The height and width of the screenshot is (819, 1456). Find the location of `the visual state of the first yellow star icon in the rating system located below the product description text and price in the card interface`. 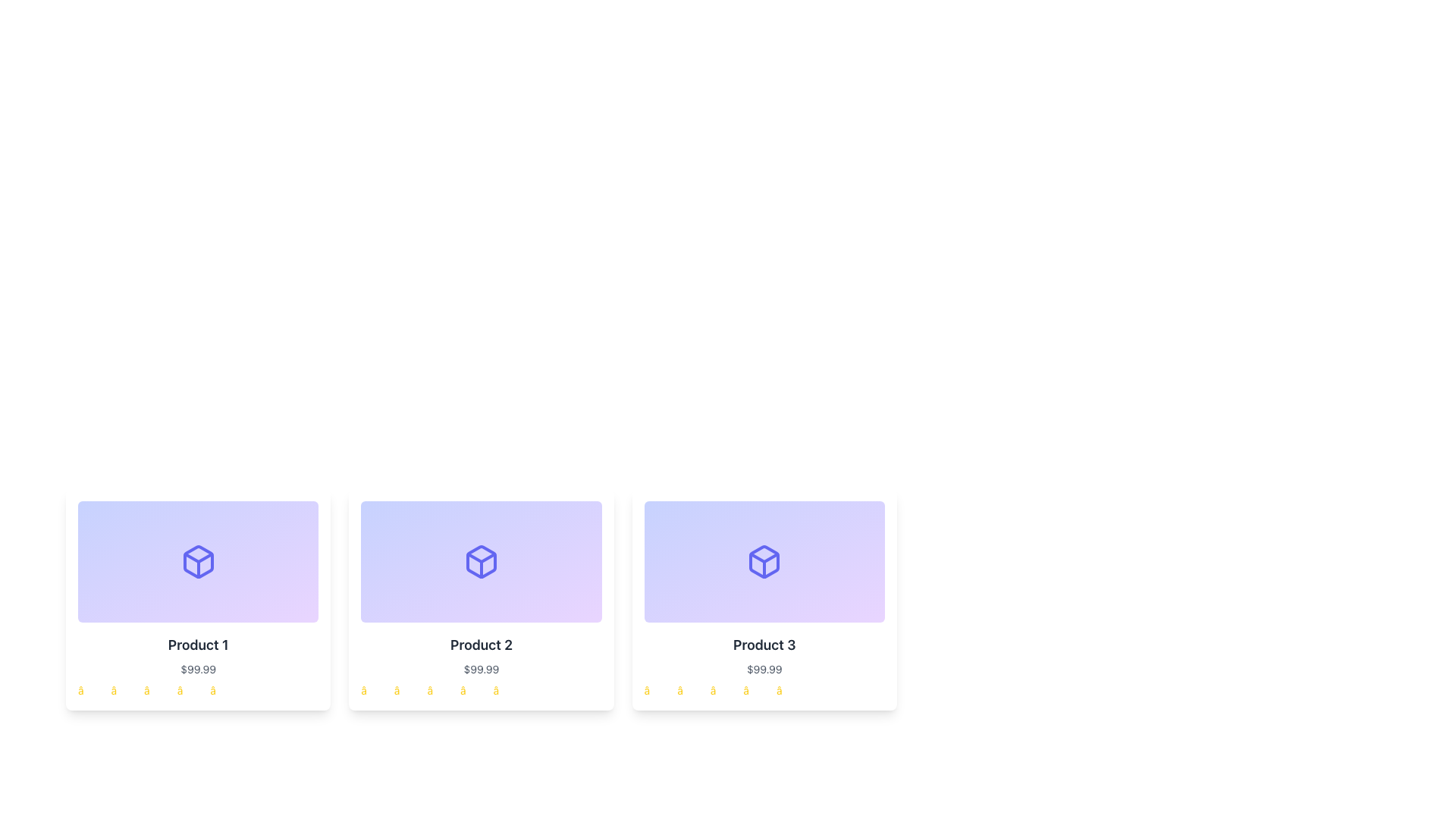

the visual state of the first yellow star icon in the rating system located below the product description text and price in the card interface is located at coordinates (90, 690).